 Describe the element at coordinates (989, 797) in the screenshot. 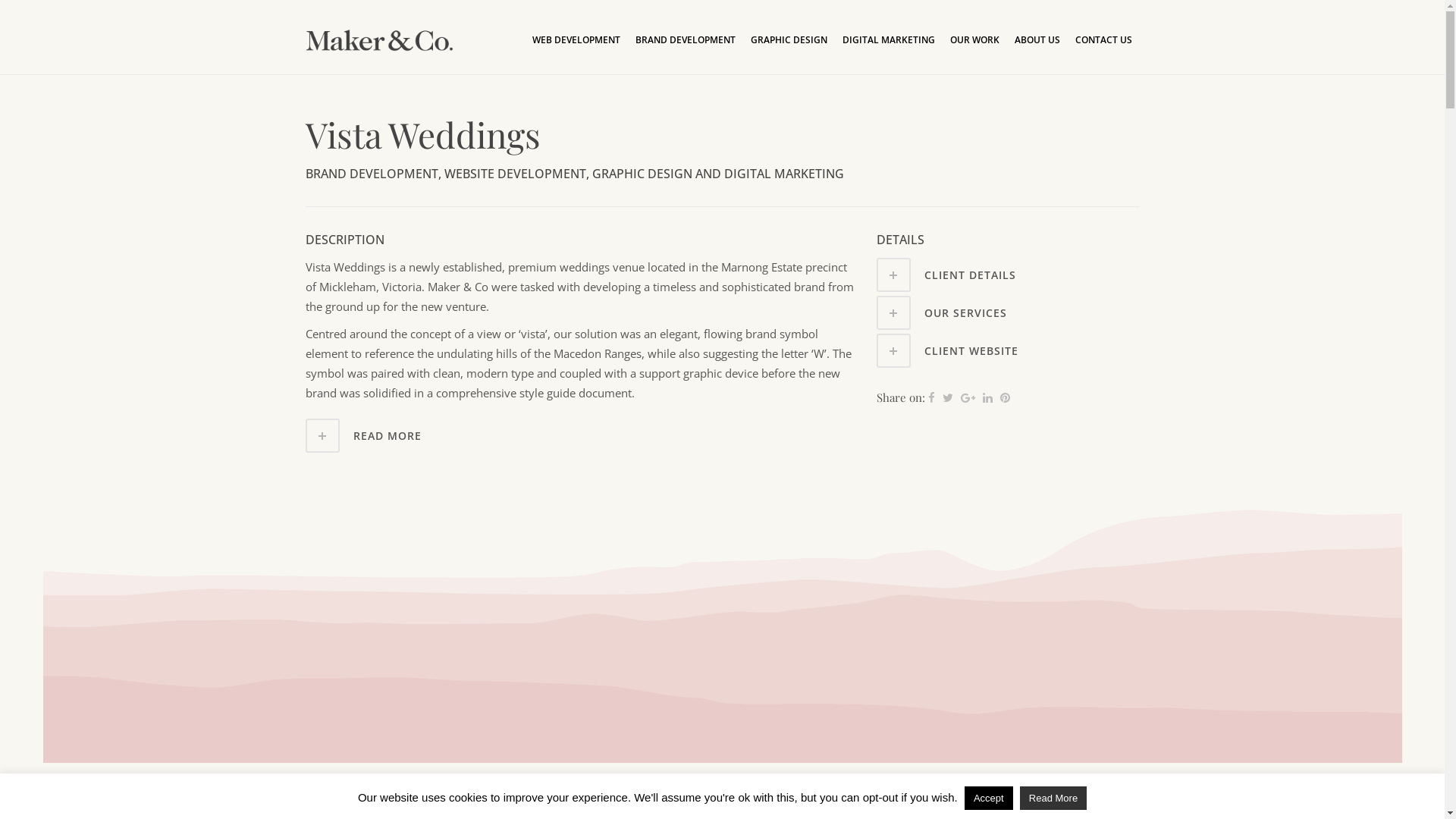

I see `'Accept'` at that location.